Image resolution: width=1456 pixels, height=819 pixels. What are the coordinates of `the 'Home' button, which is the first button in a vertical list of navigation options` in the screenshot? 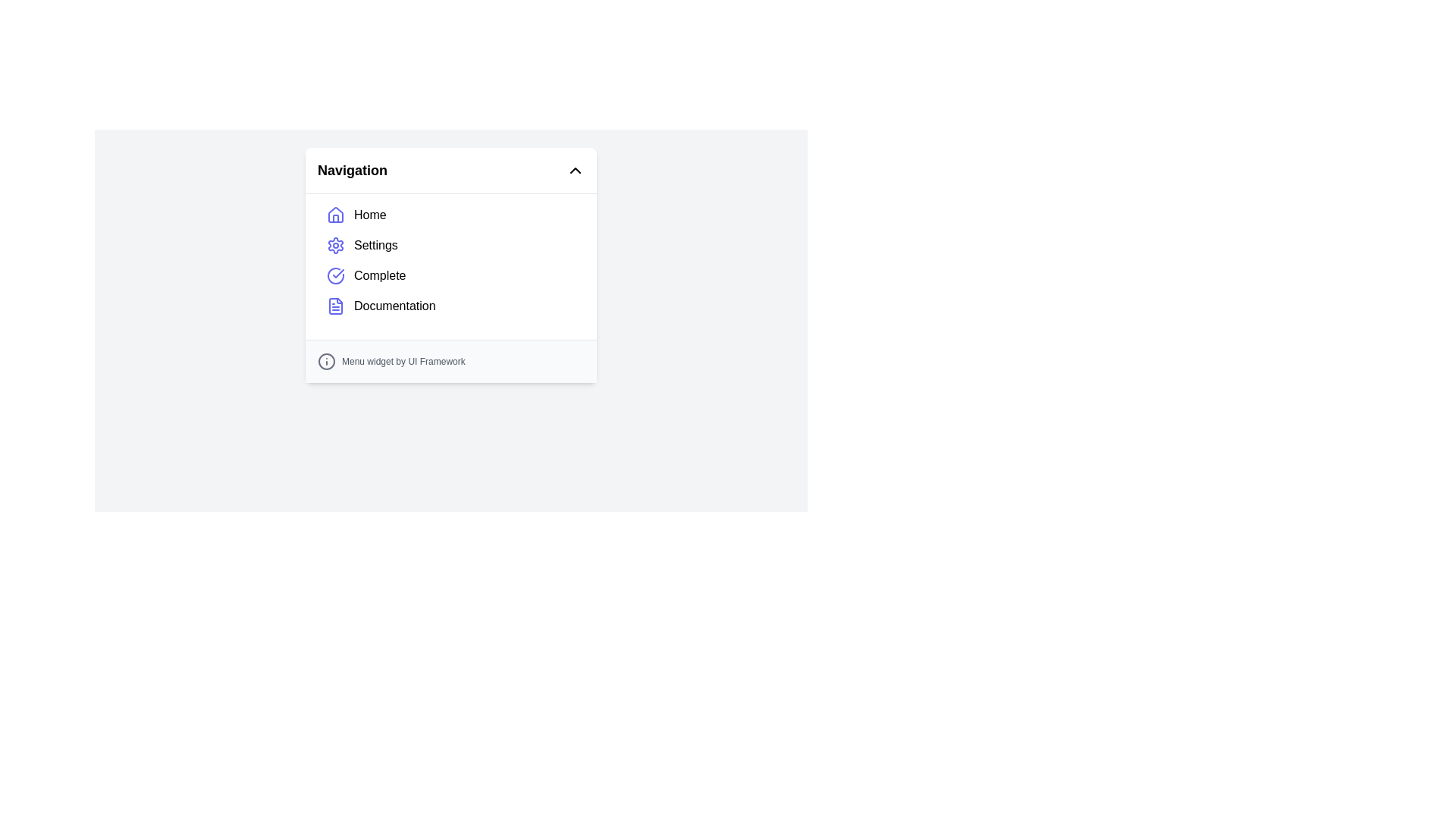 It's located at (450, 215).